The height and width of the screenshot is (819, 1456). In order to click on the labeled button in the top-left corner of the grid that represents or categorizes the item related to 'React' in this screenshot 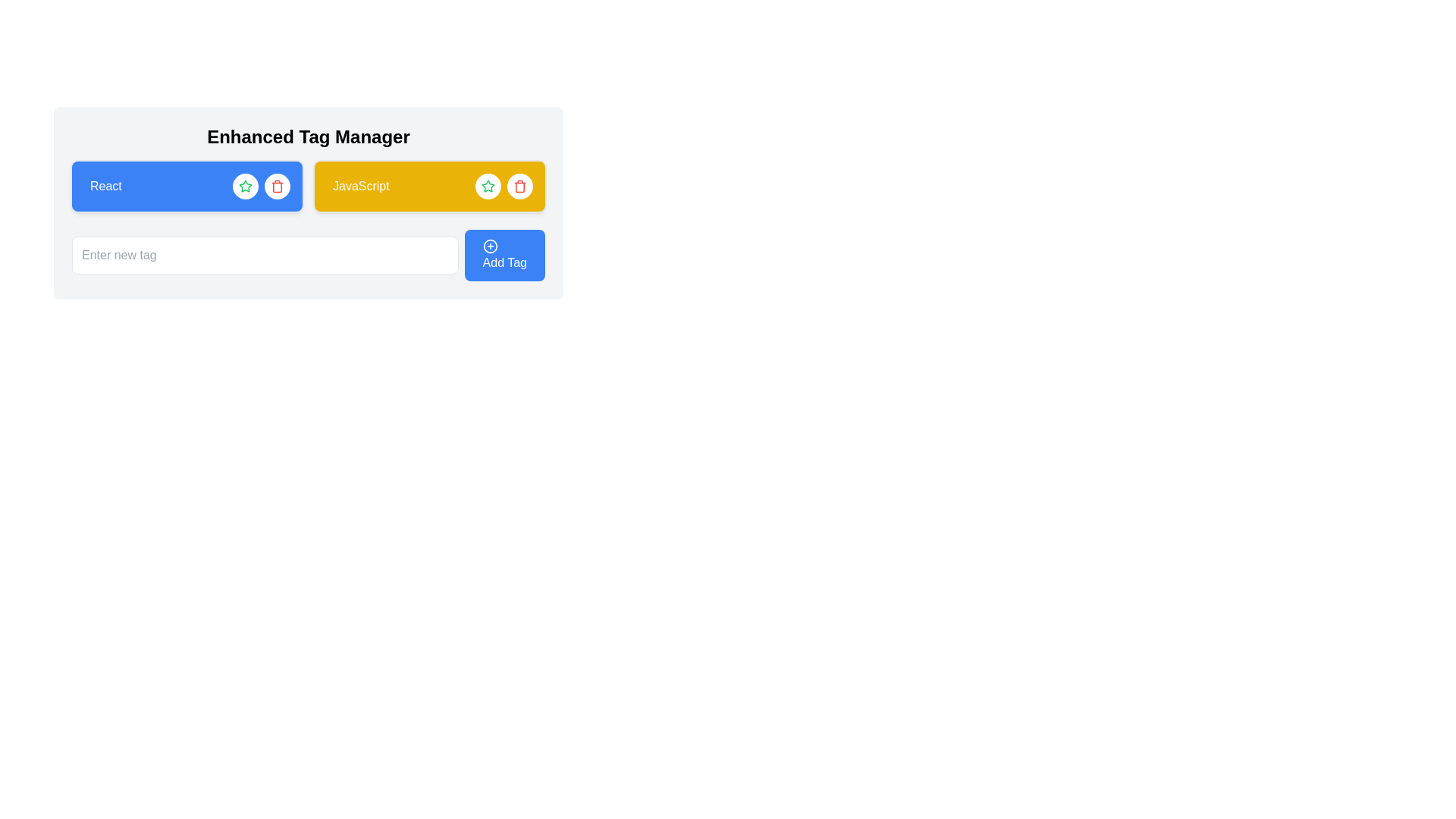, I will do `click(186, 186)`.